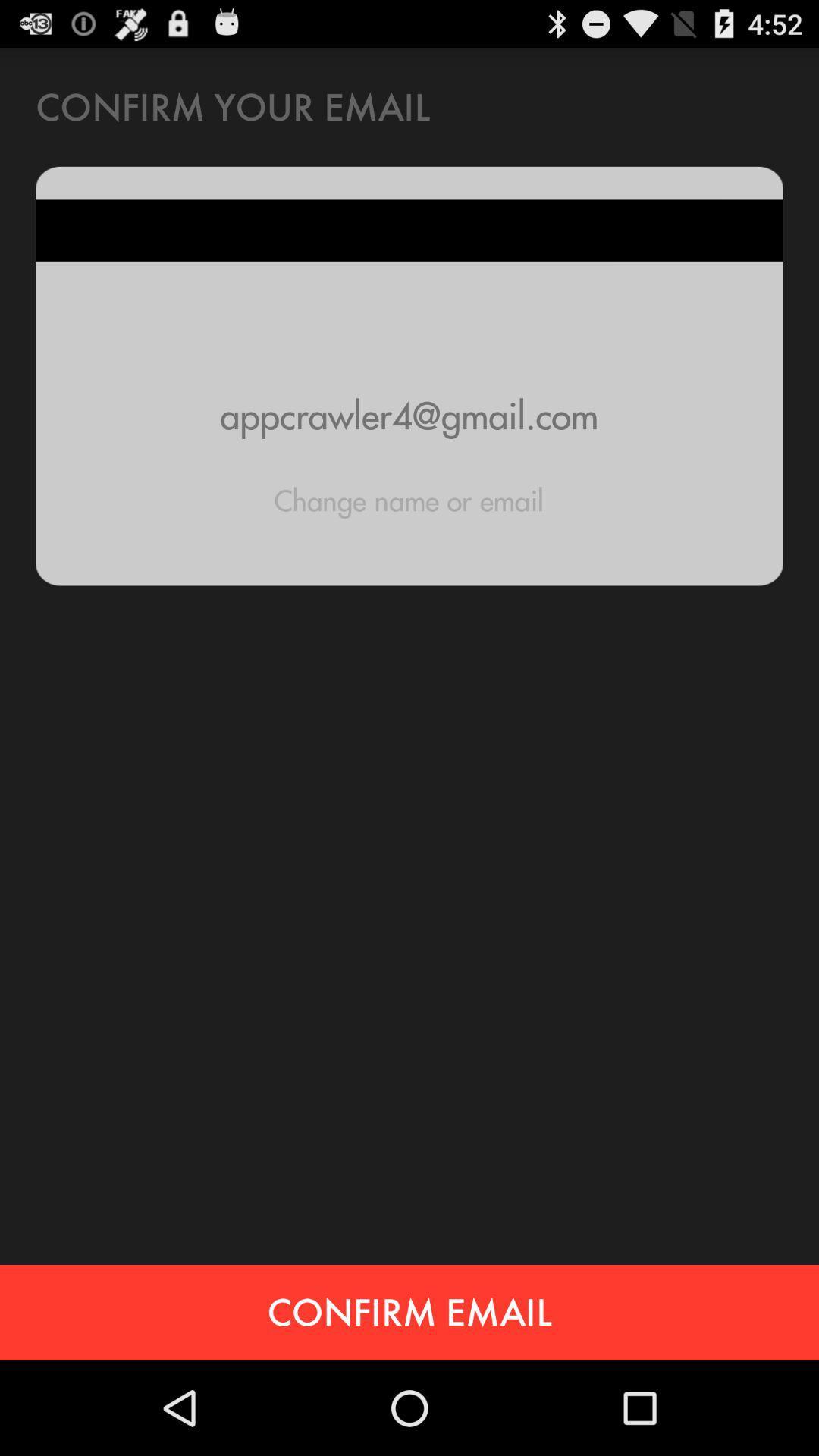  I want to click on icon above the confirm email item, so click(408, 500).